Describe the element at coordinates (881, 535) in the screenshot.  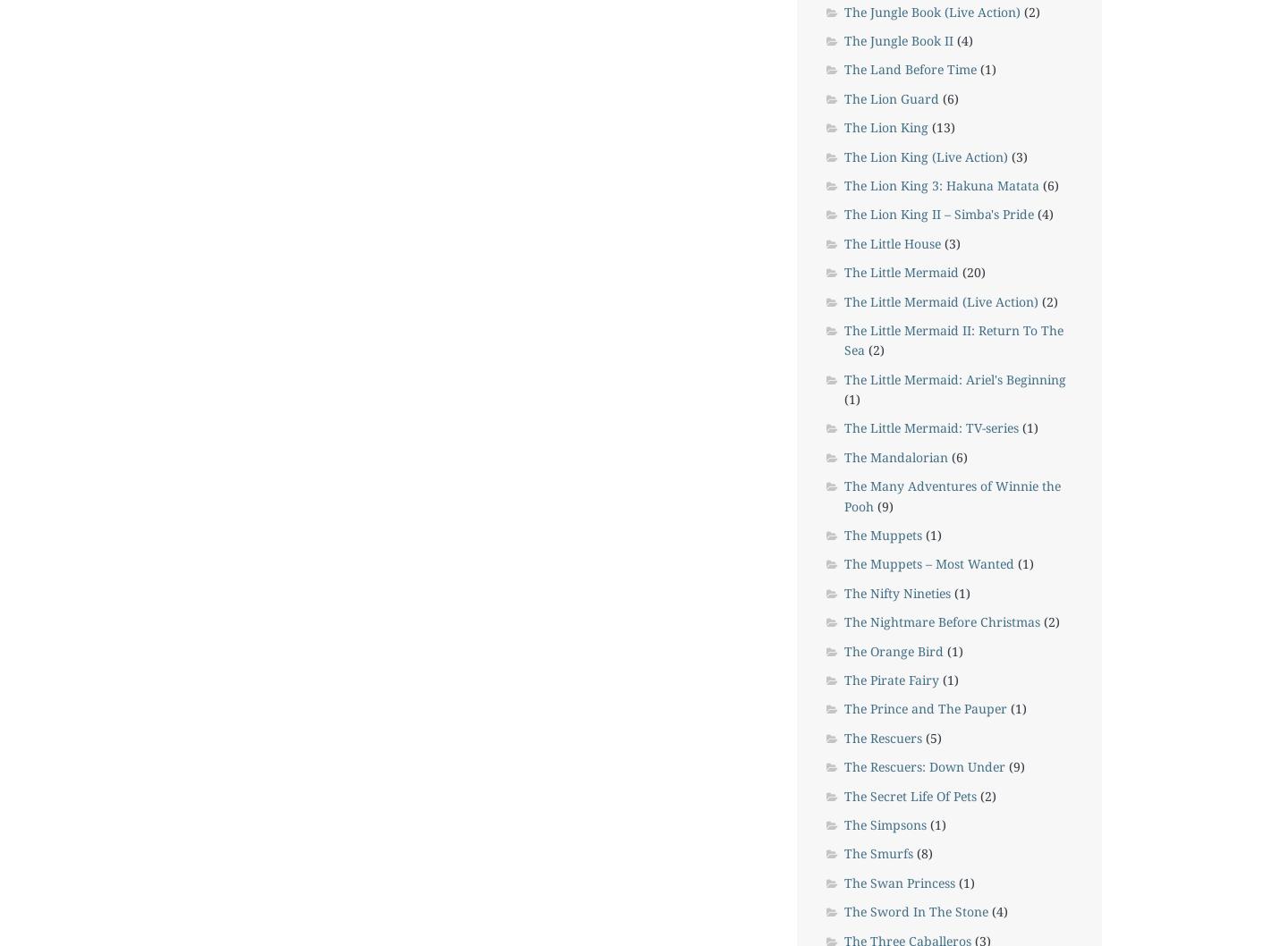
I see `'The Muppets'` at that location.